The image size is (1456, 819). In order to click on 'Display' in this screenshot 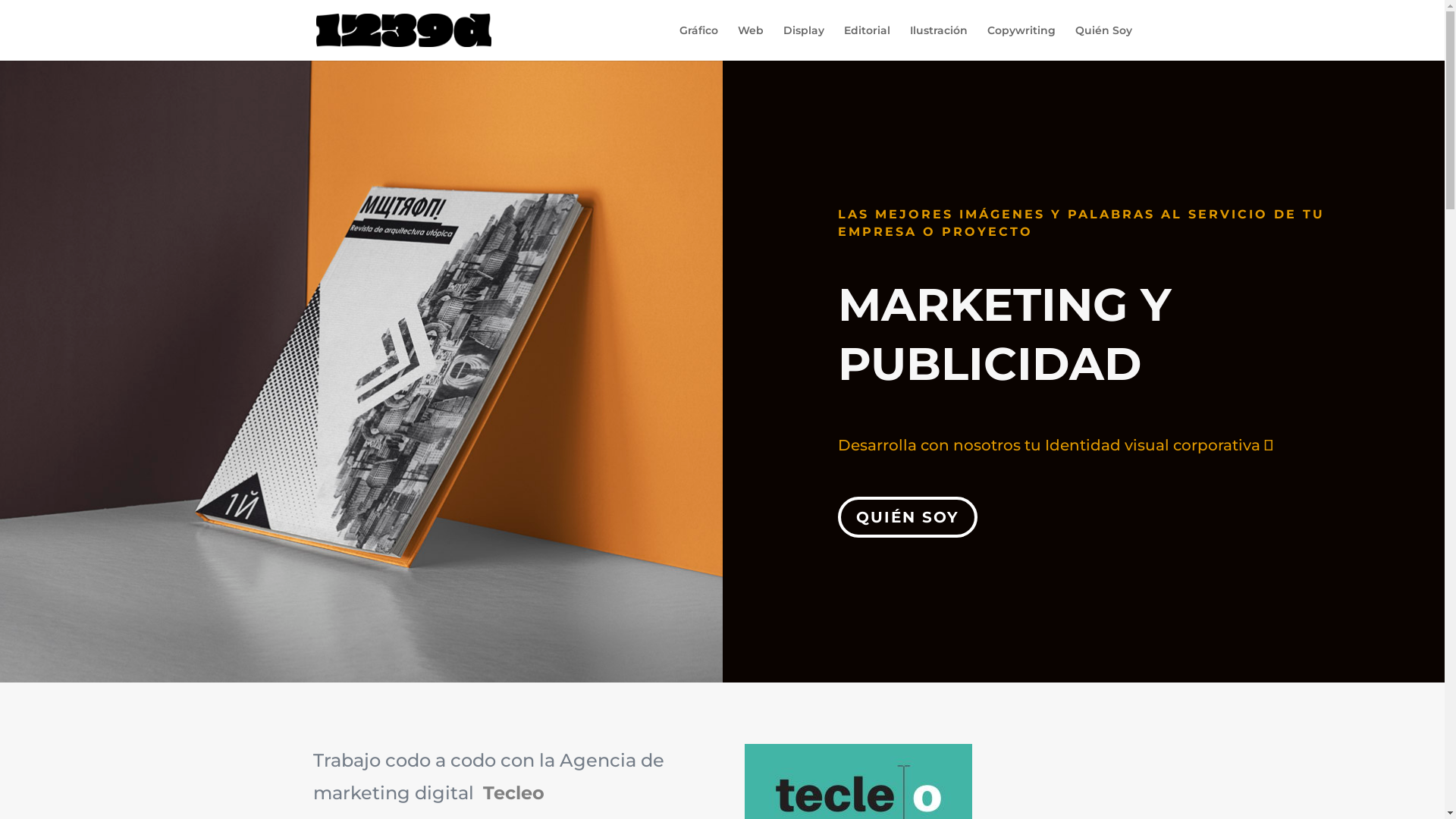, I will do `click(783, 42)`.